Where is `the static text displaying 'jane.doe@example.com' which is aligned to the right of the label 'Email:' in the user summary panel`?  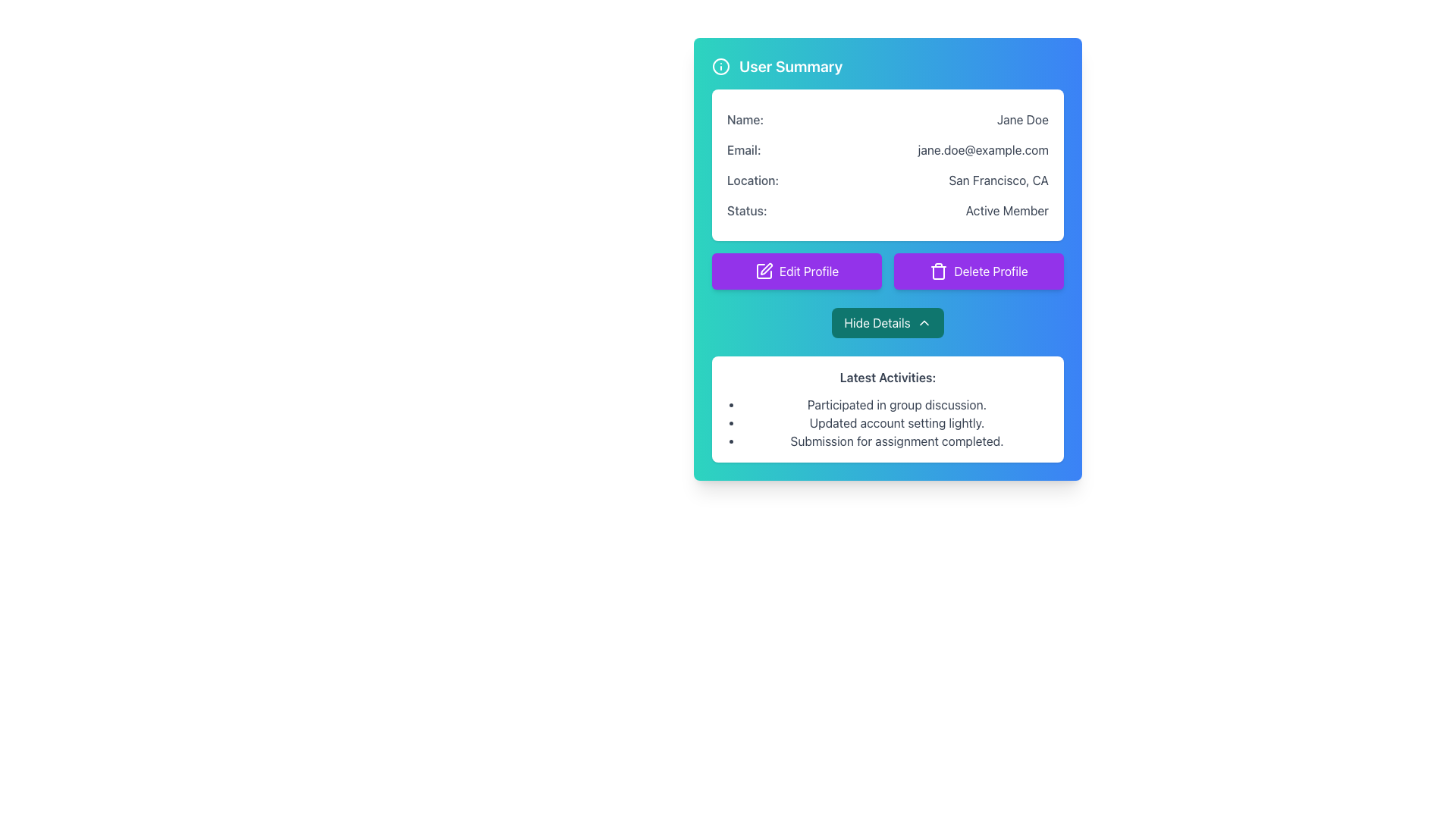 the static text displaying 'jane.doe@example.com' which is aligned to the right of the label 'Email:' in the user summary panel is located at coordinates (983, 149).